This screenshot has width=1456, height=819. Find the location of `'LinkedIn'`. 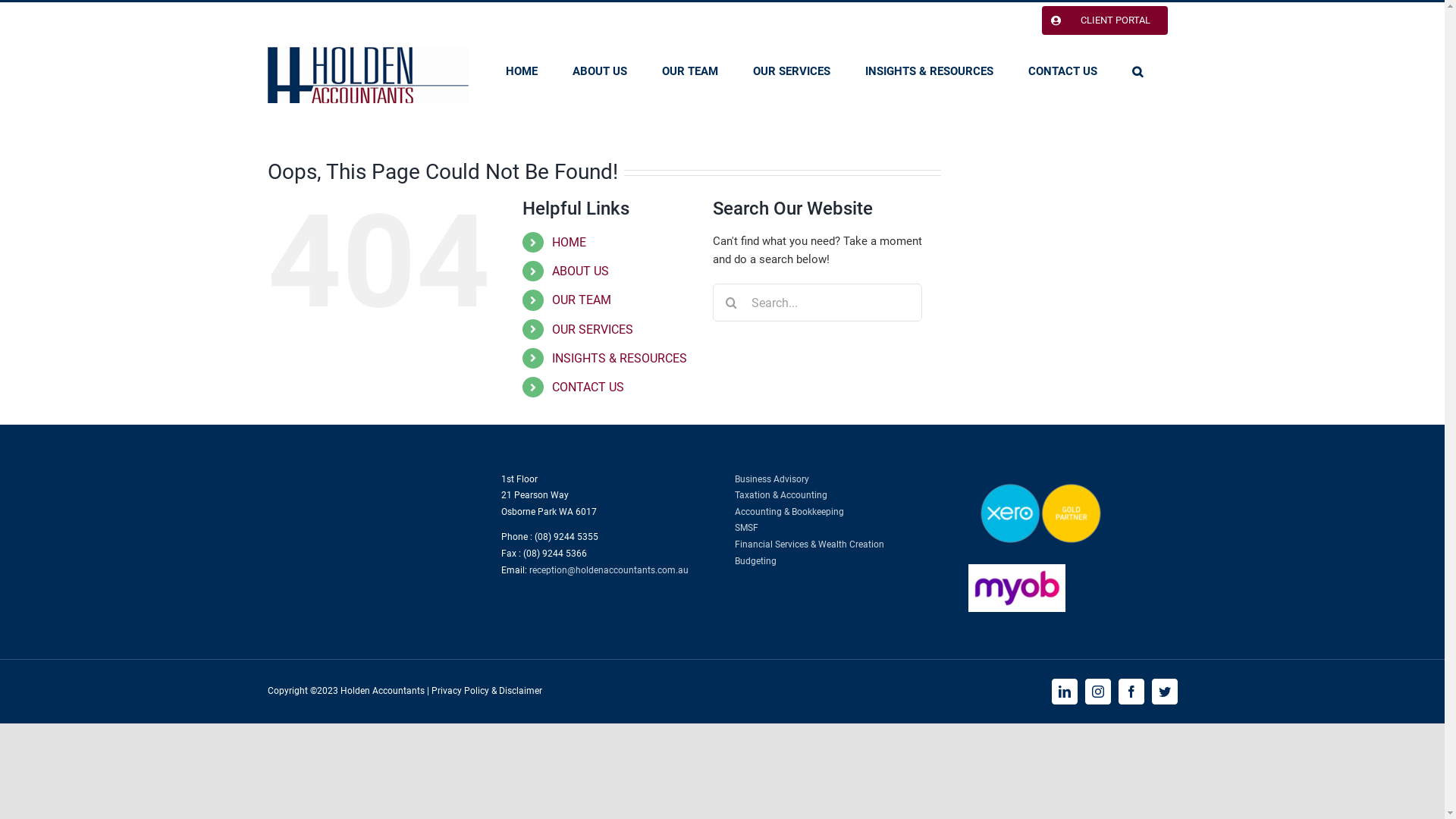

'LinkedIn' is located at coordinates (1062, 691).